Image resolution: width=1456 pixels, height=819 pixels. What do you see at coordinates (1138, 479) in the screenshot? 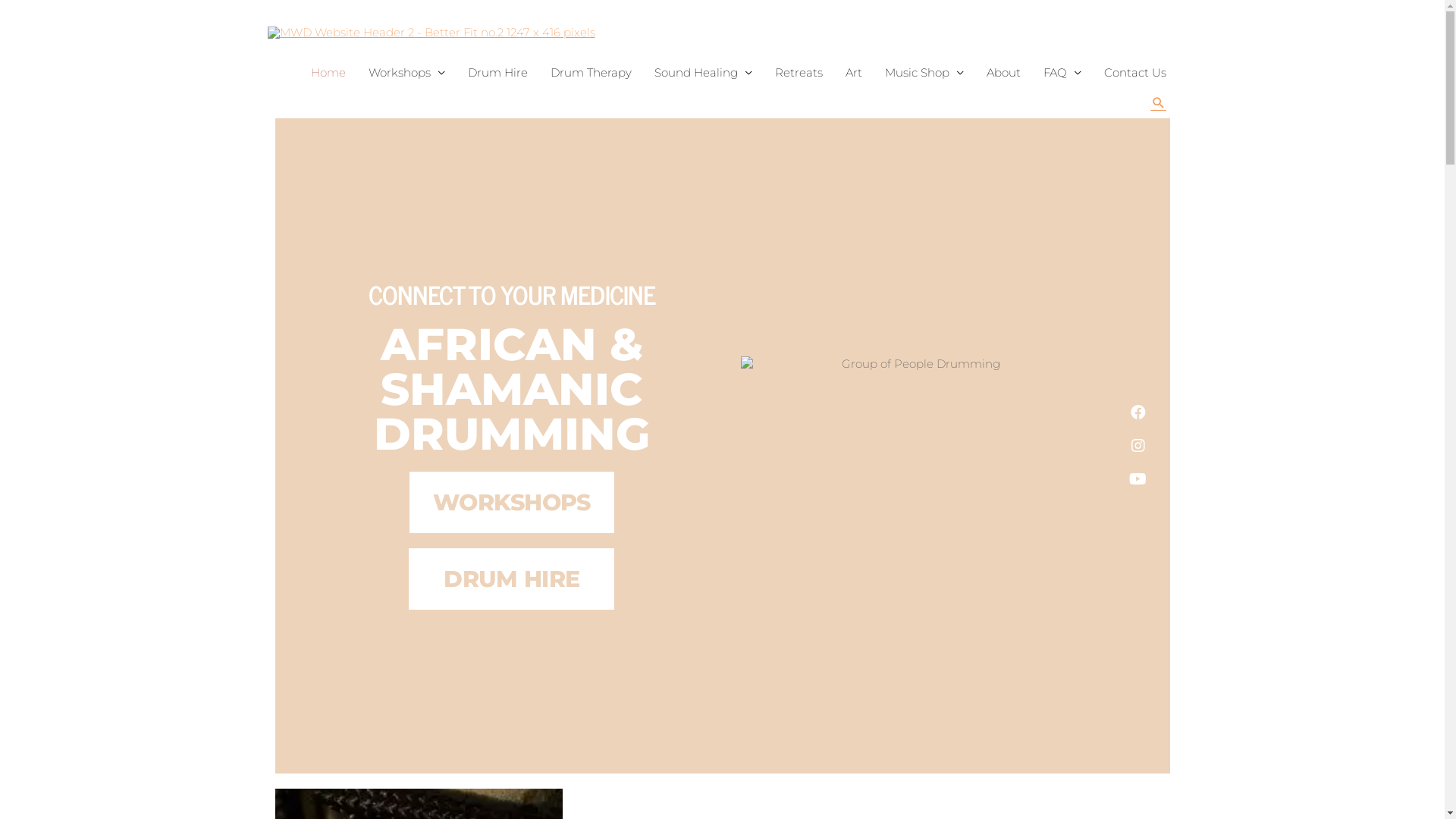
I see `'Youtube'` at bounding box center [1138, 479].